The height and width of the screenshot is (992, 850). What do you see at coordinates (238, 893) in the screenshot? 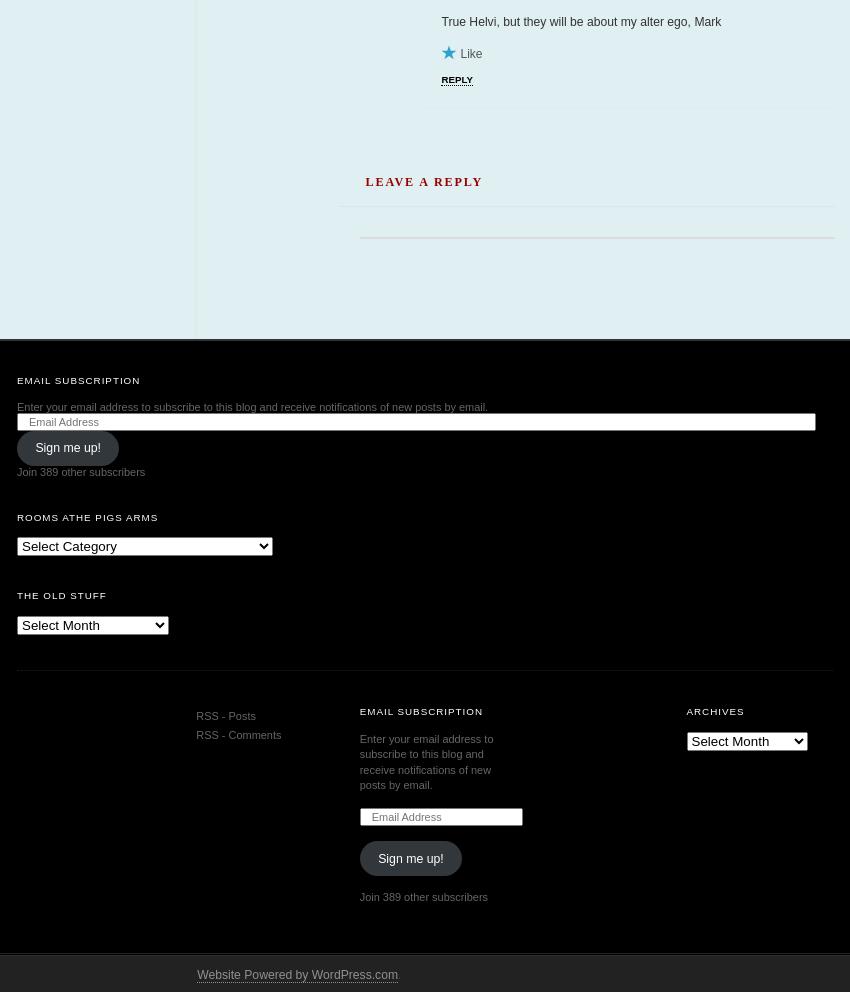
I see `'RSS - Comments'` at bounding box center [238, 893].